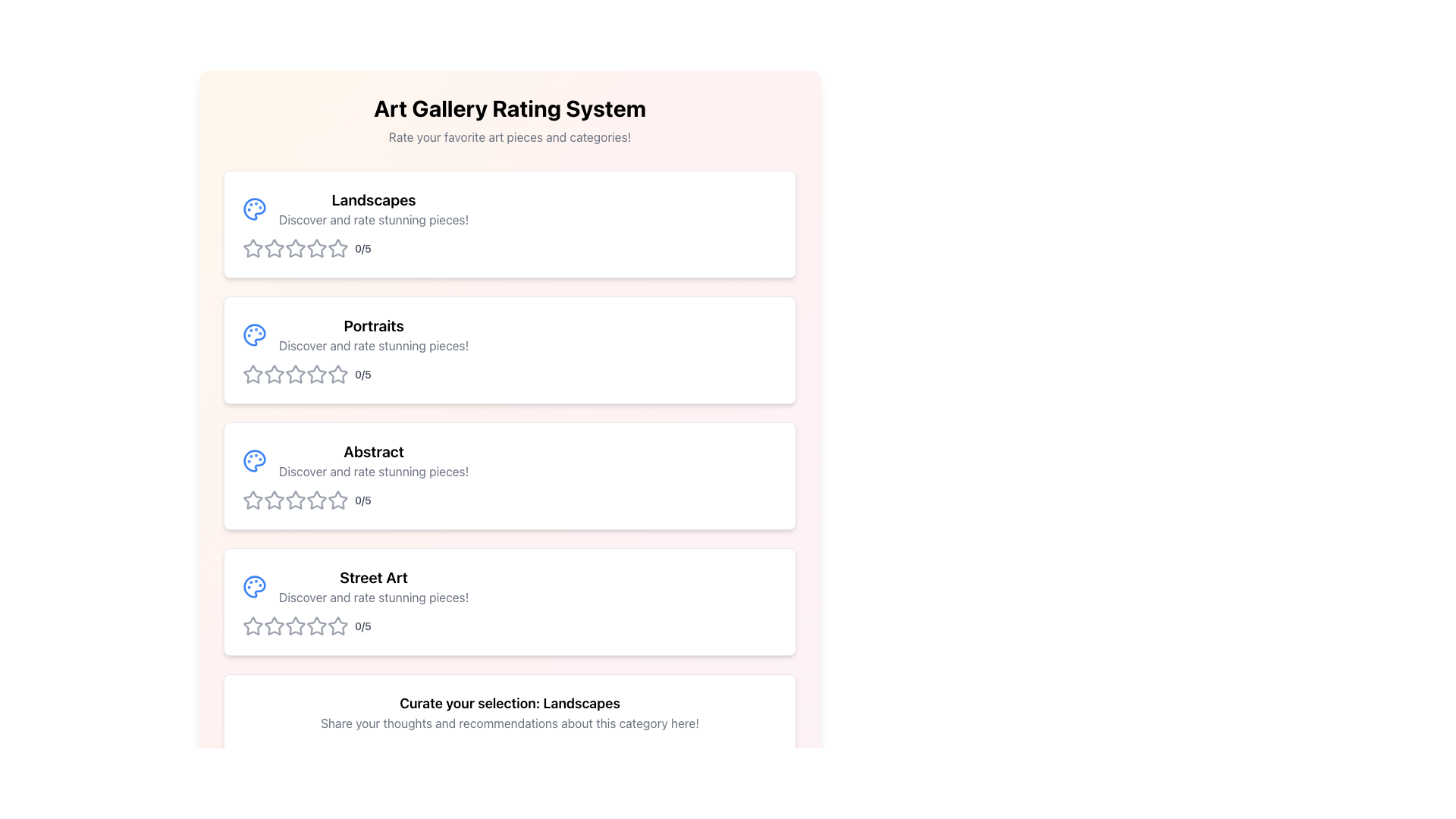 This screenshot has width=1456, height=819. I want to click on the first gray outlined five-pointed star in the rating section of the 'Portraits' category to rate, so click(274, 374).